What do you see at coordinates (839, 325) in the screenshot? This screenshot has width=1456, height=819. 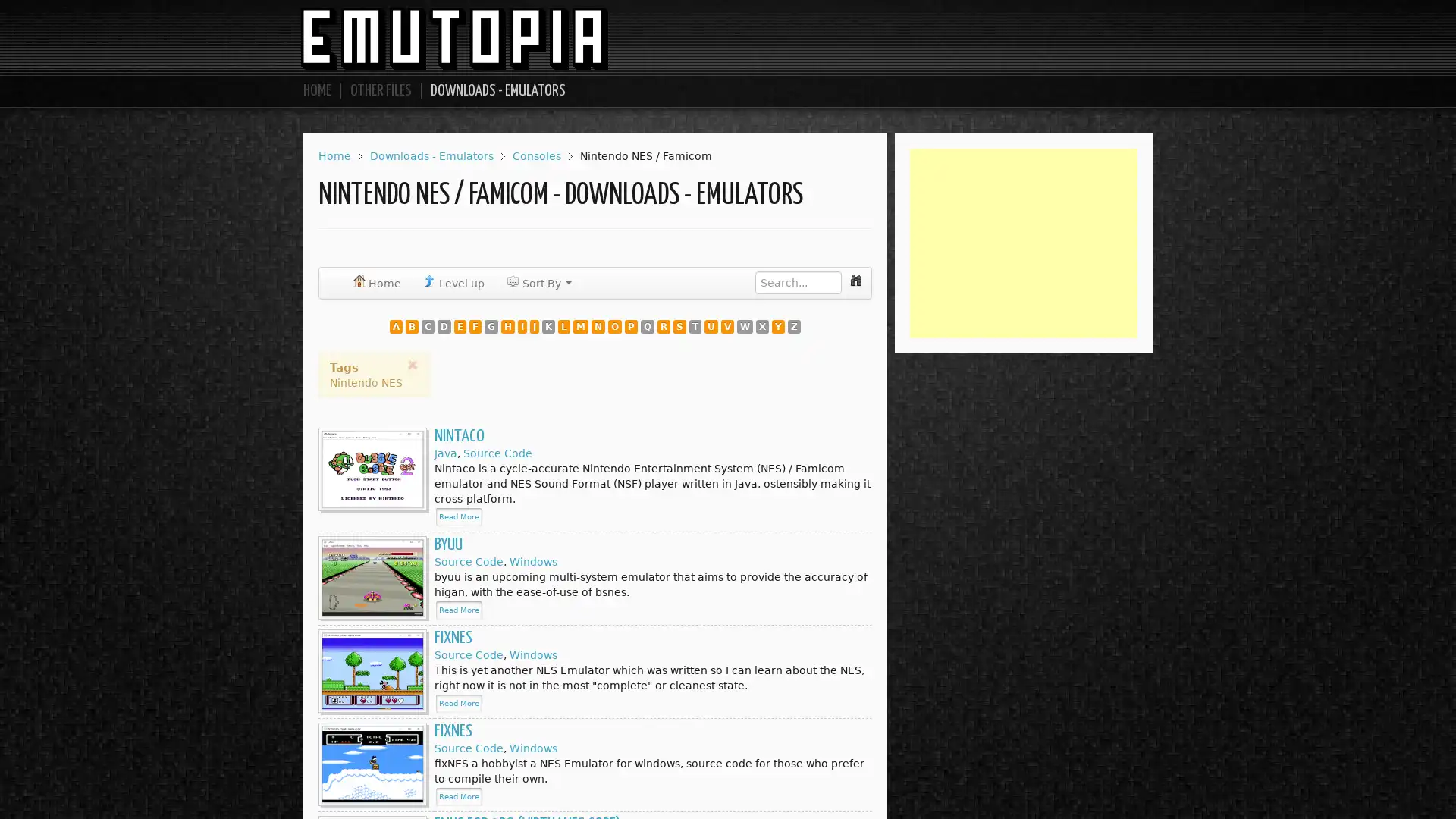 I see `Close Close` at bounding box center [839, 325].